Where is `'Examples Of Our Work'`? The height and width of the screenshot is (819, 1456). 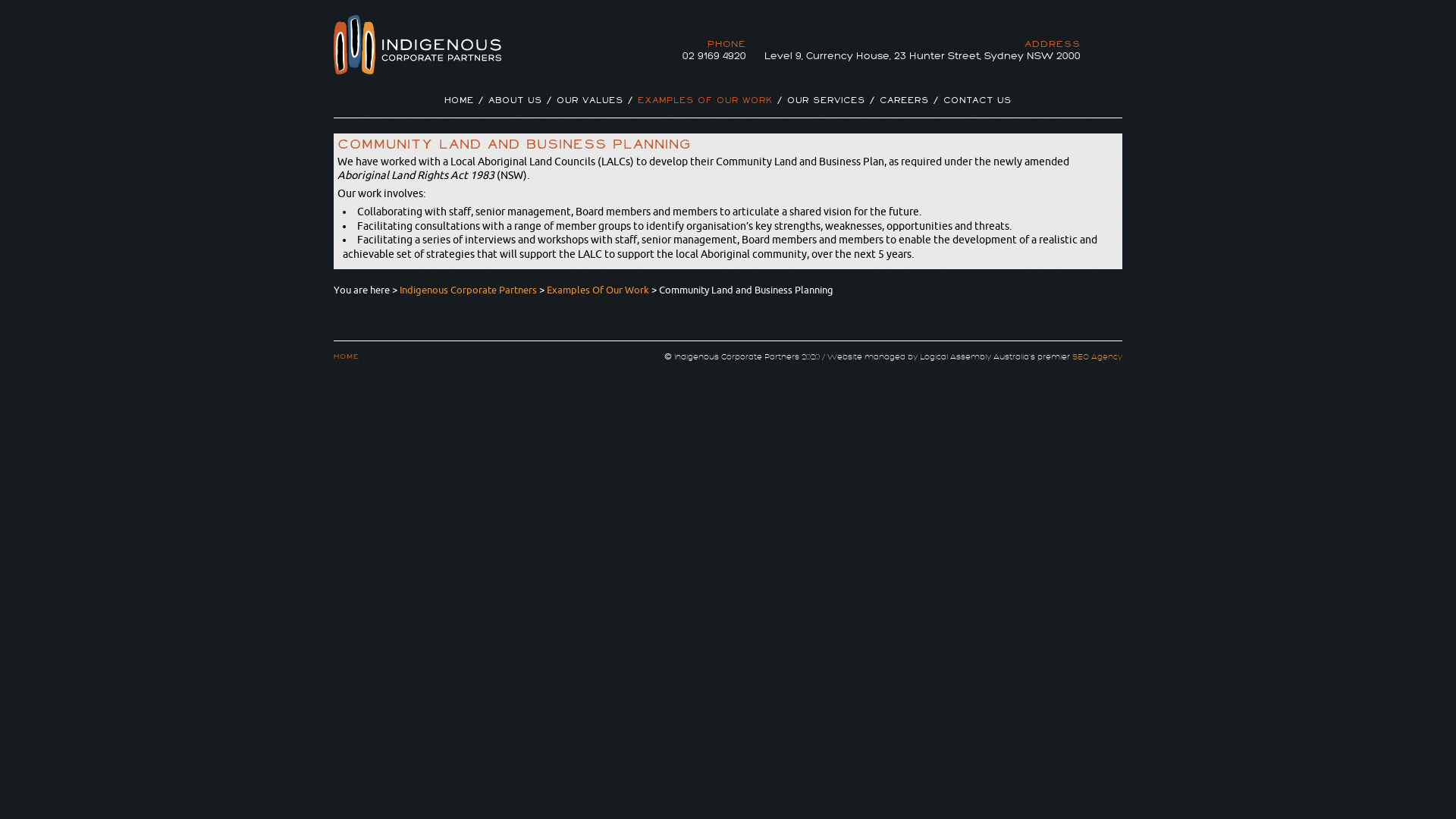 'Examples Of Our Work' is located at coordinates (597, 289).